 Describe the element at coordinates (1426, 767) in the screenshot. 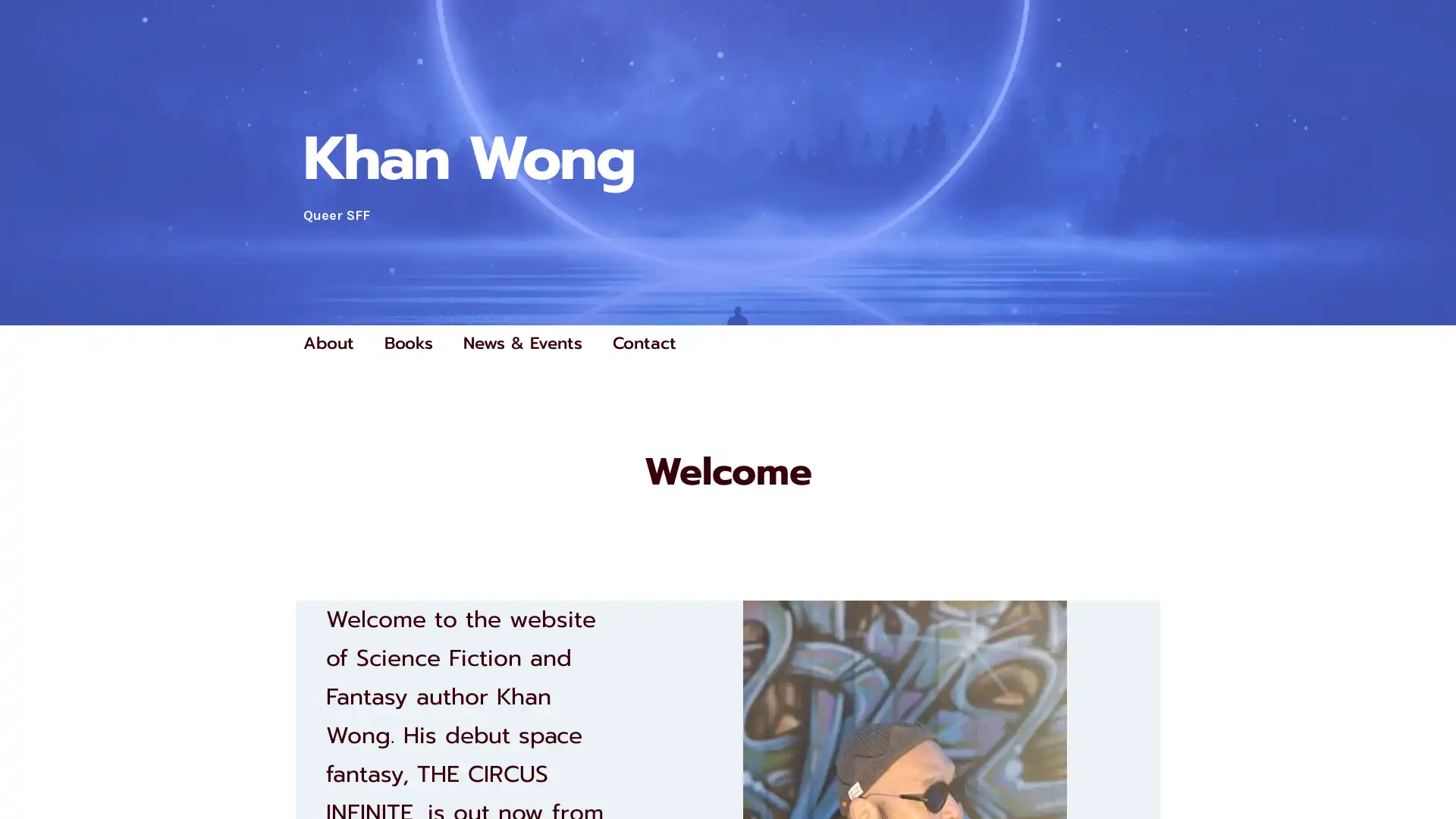

I see `Scroll to top` at that location.